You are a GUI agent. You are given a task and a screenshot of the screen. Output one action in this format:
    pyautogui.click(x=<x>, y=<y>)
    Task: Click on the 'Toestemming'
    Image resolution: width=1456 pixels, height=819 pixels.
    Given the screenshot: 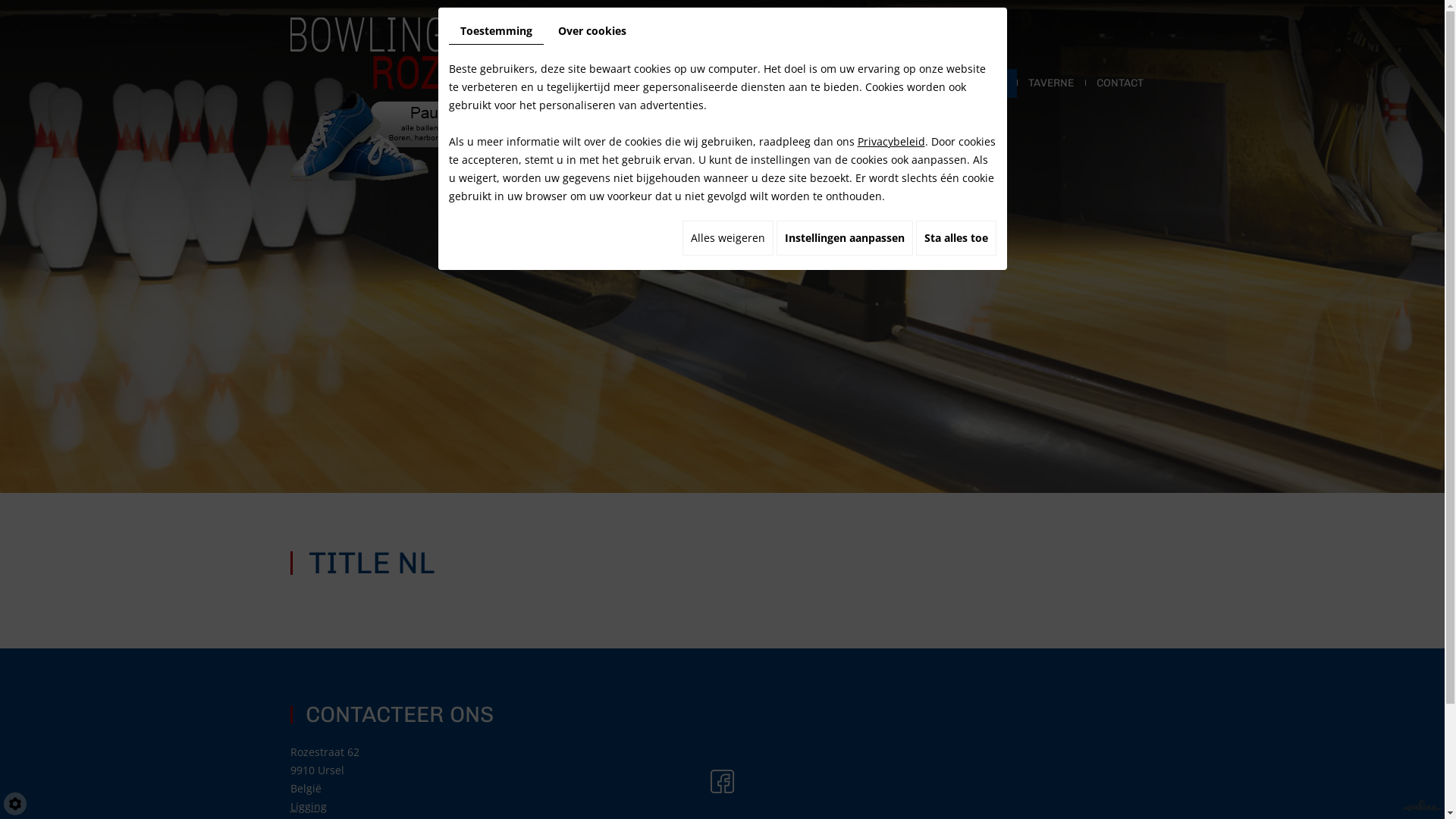 What is the action you would take?
    pyautogui.click(x=496, y=31)
    